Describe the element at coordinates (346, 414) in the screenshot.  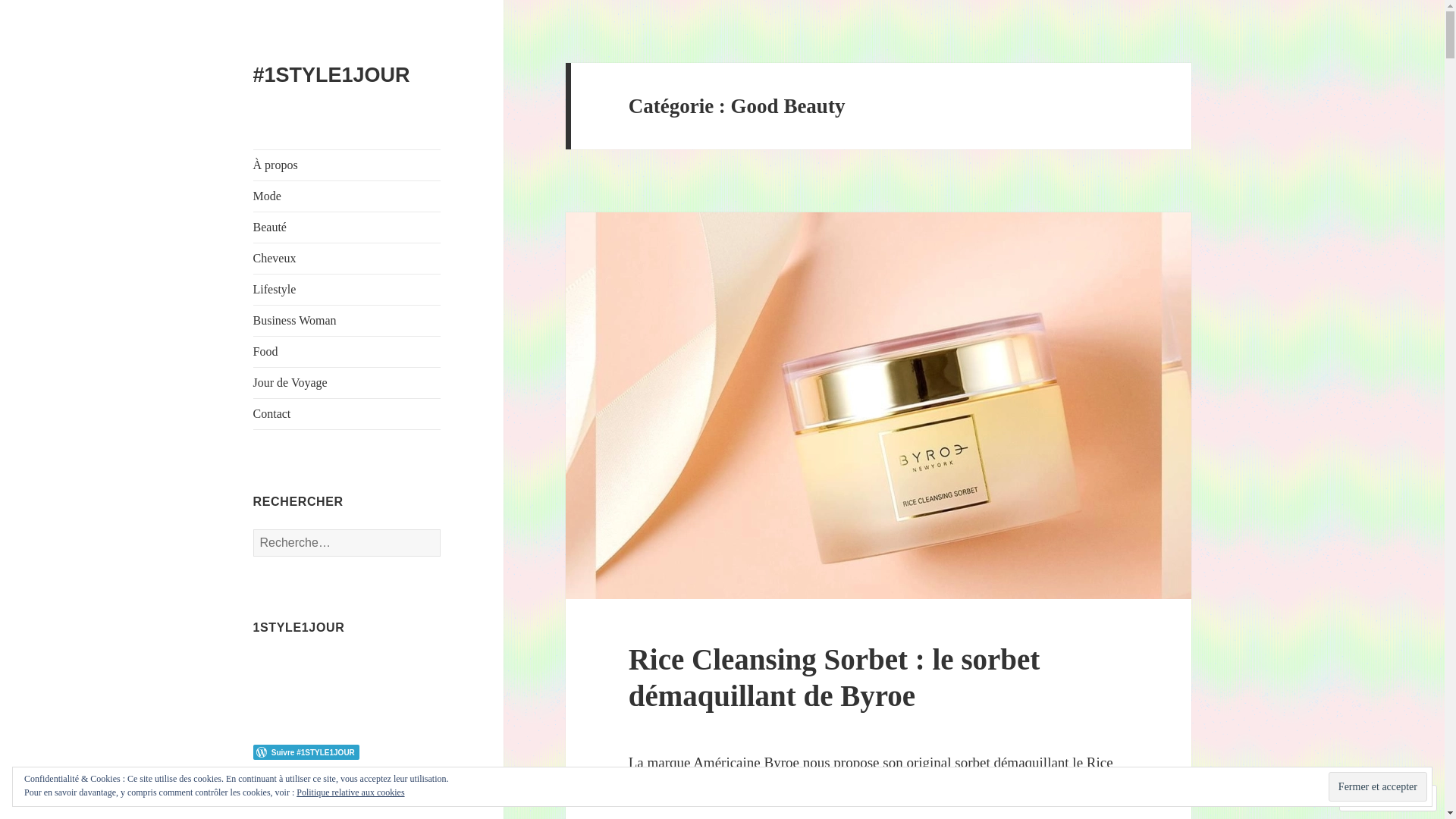
I see `'Contact'` at that location.